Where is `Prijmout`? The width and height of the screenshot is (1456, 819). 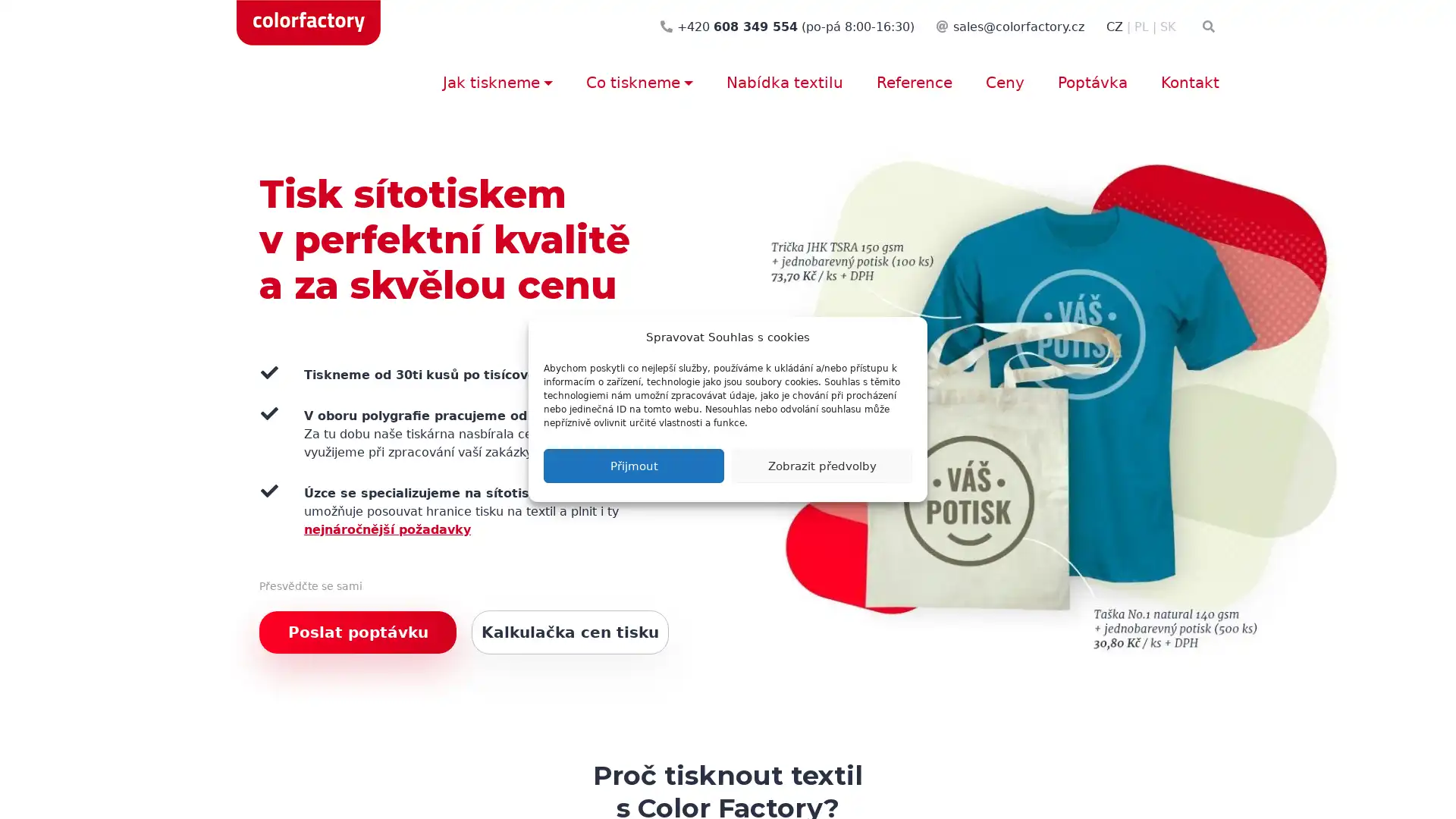
Prijmout is located at coordinates (633, 465).